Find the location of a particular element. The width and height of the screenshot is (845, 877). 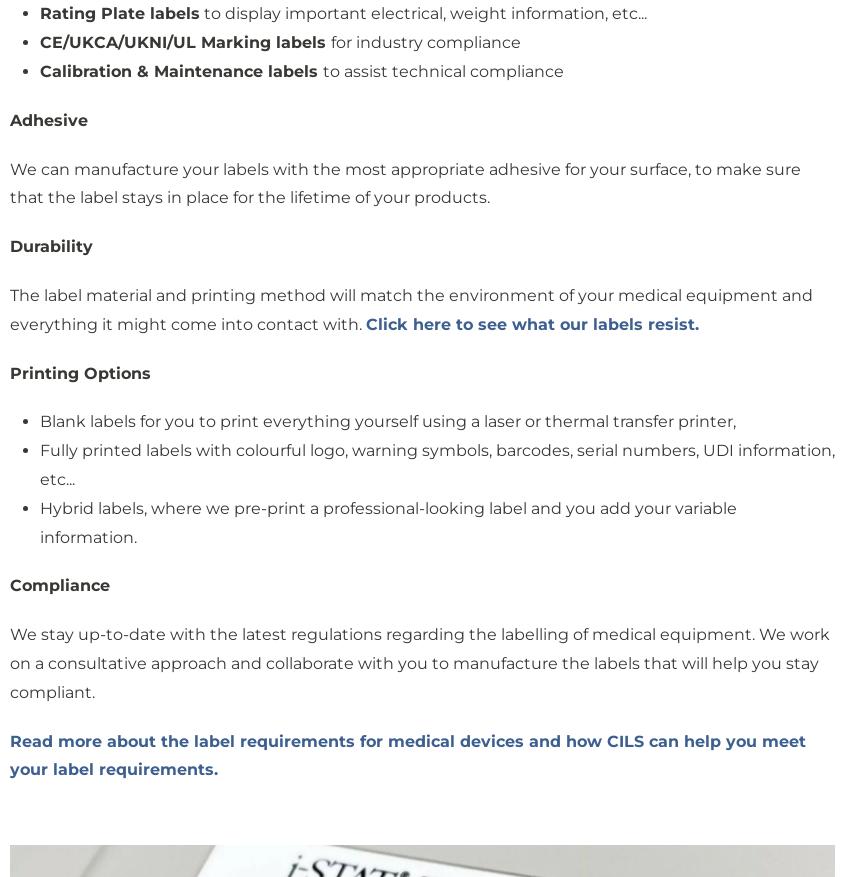

'Calibration & Maintenance labels' is located at coordinates (180, 71).